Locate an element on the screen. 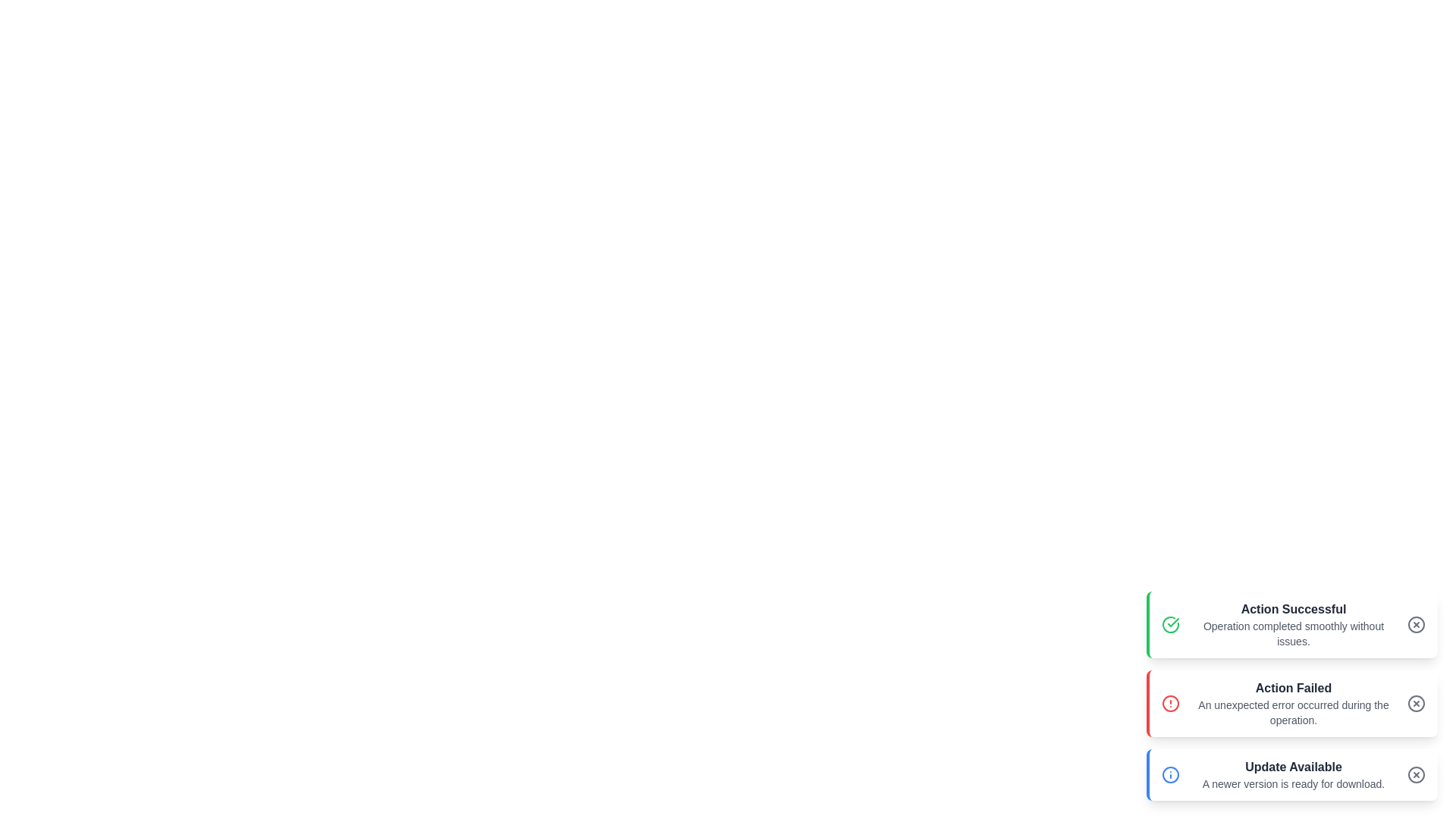 This screenshot has height=819, width=1456. the notification icon to interact is located at coordinates (1170, 625).